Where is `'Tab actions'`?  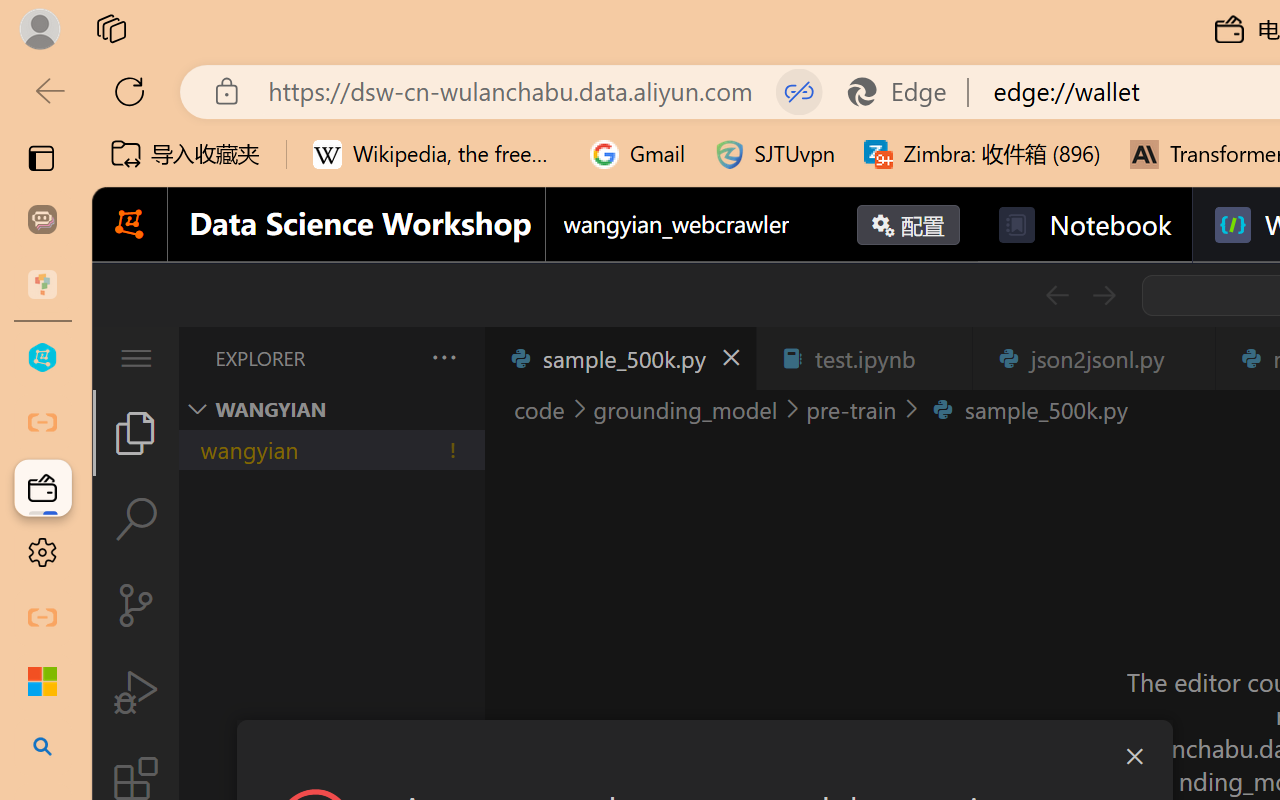
'Tab actions' is located at coordinates (1188, 358).